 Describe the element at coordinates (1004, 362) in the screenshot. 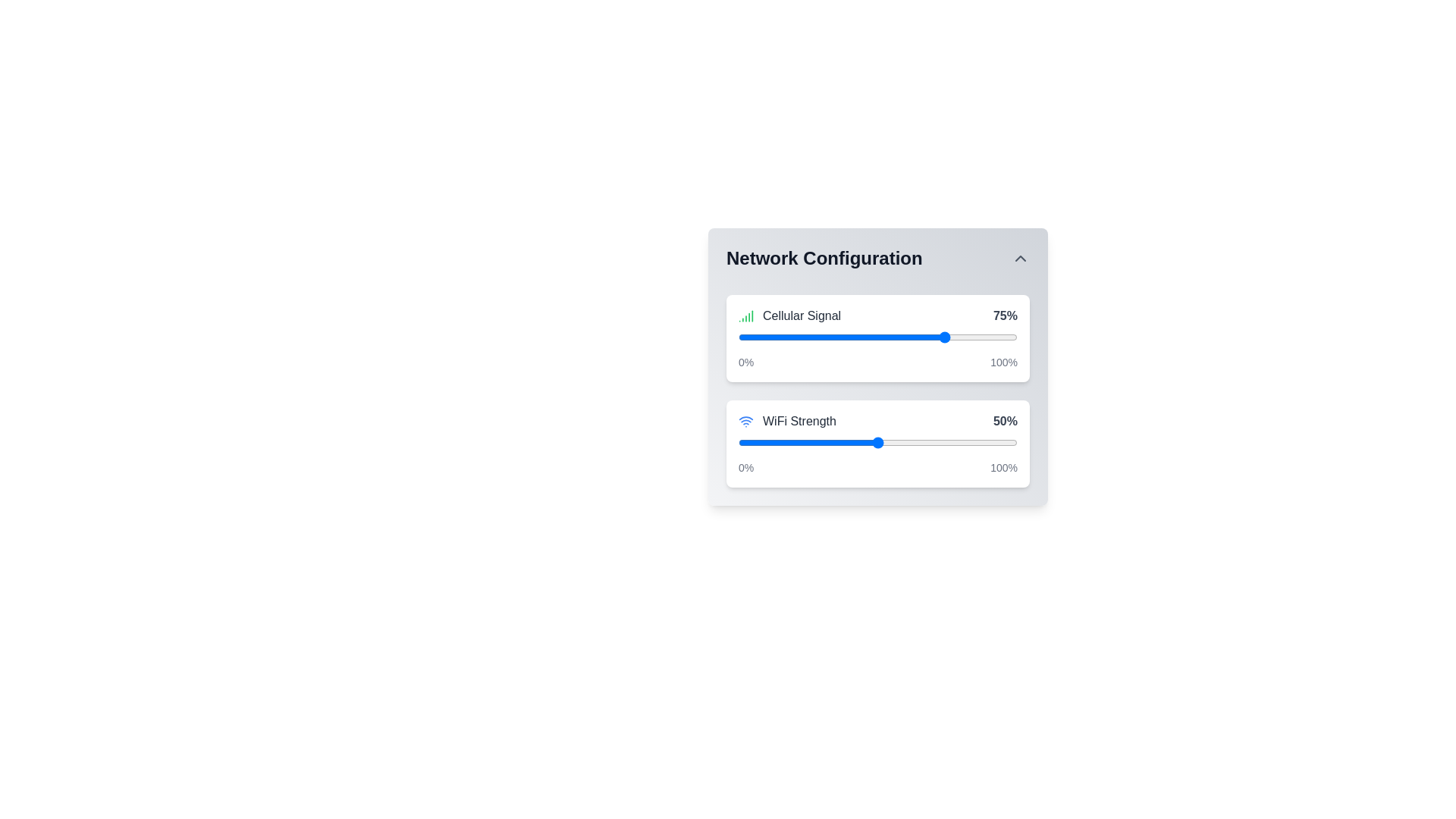

I see `the '100%' text label, which is styled with a neutral color and positioned at the far-right end of a horizontal scale` at that location.